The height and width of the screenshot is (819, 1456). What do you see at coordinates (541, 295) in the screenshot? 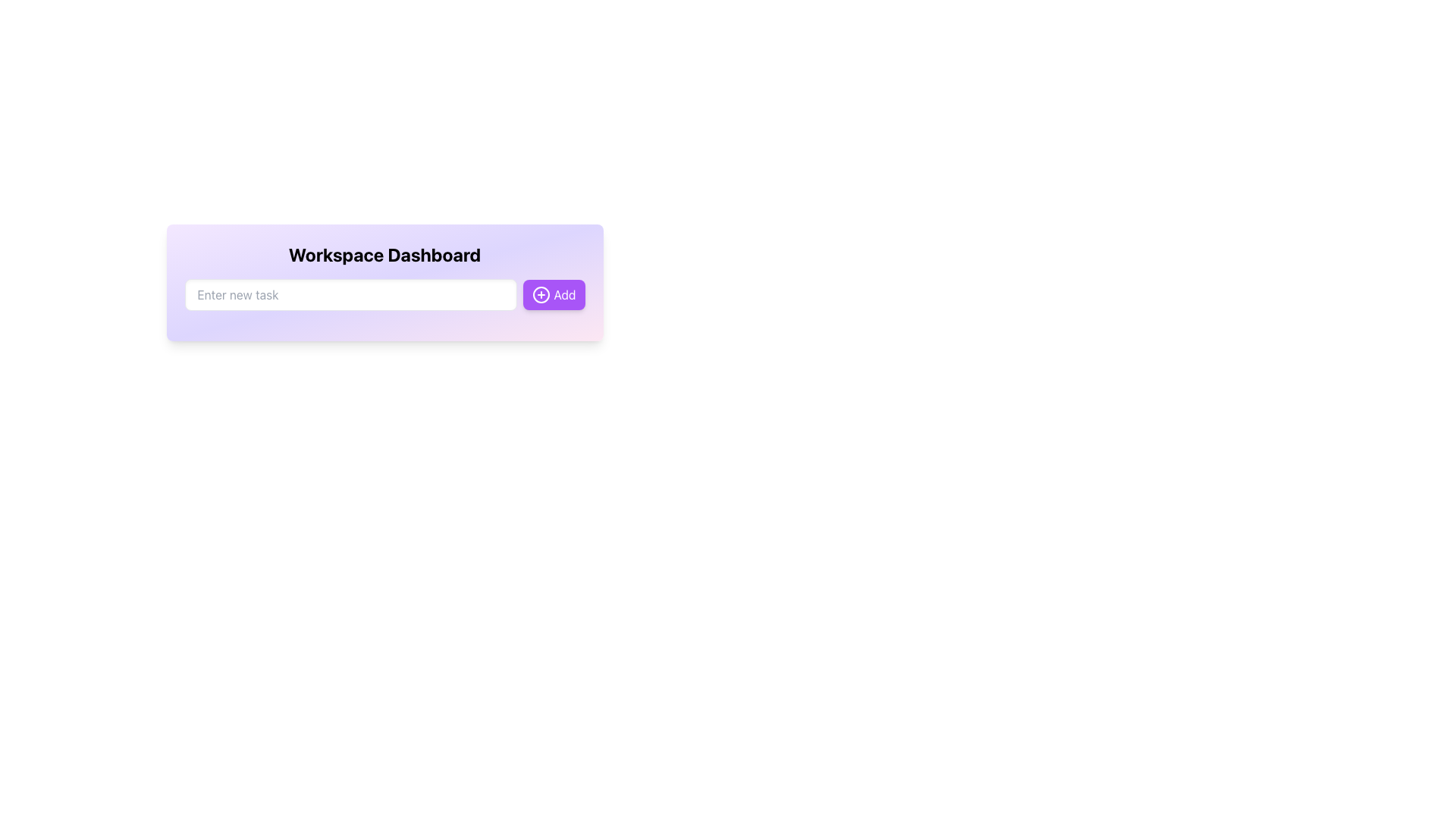
I see `the SVG-based 'Add' icon located to the left of the 'Add' text in the top-right corner of the task entry area` at bounding box center [541, 295].